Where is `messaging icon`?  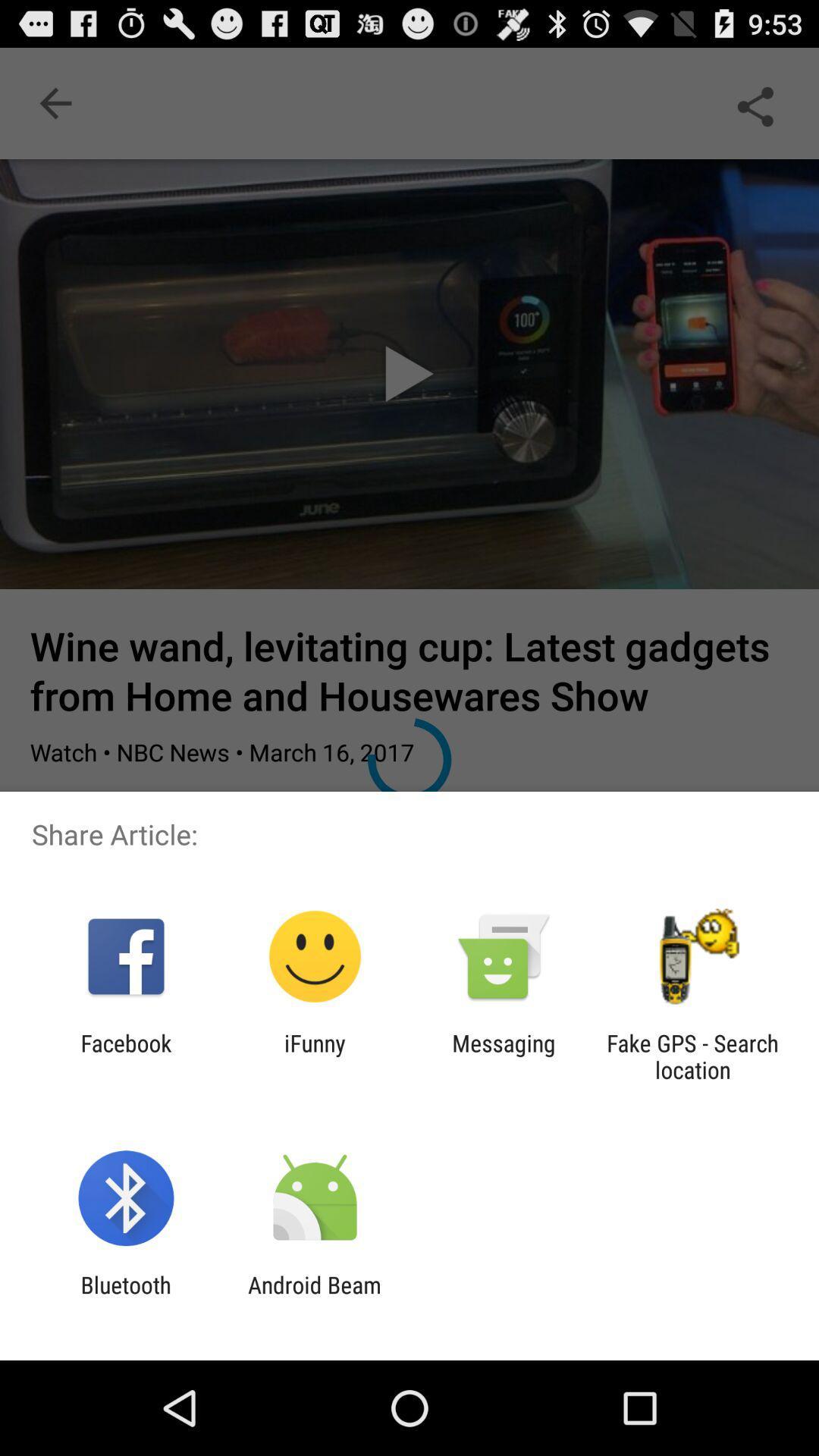 messaging icon is located at coordinates (504, 1056).